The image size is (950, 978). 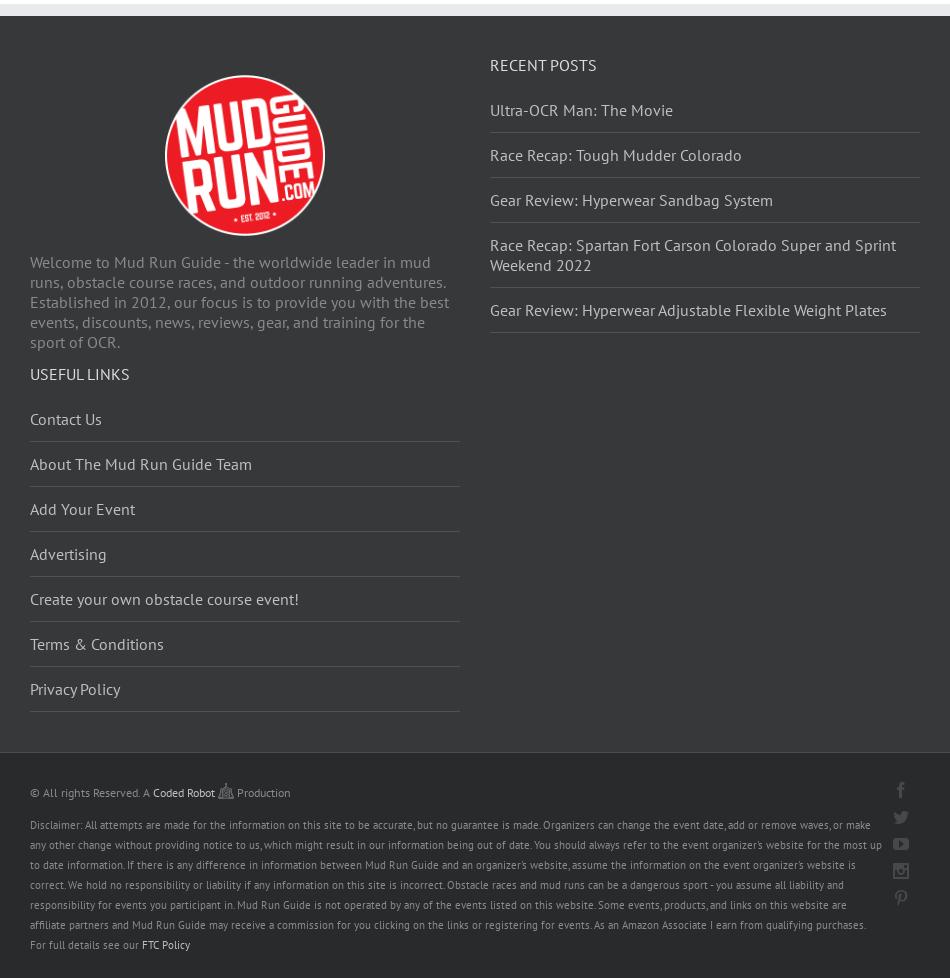 I want to click on 'Race Recap: Spartan Fort Carson Colorado Super and Sprint Weekend 2022', so click(x=693, y=252).